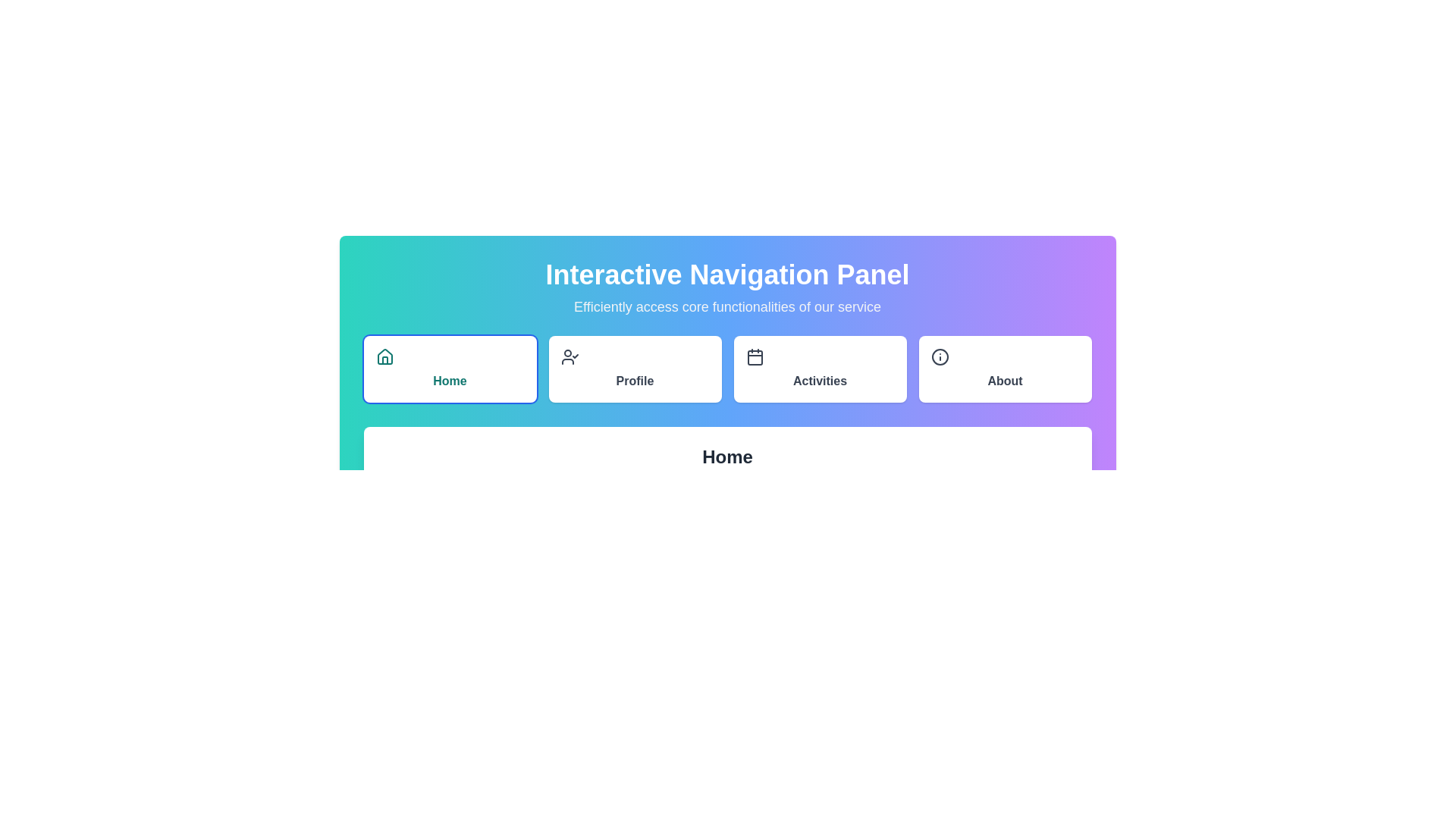  I want to click on the information icon located in the 'About' section of the navigation panel, so click(939, 356).